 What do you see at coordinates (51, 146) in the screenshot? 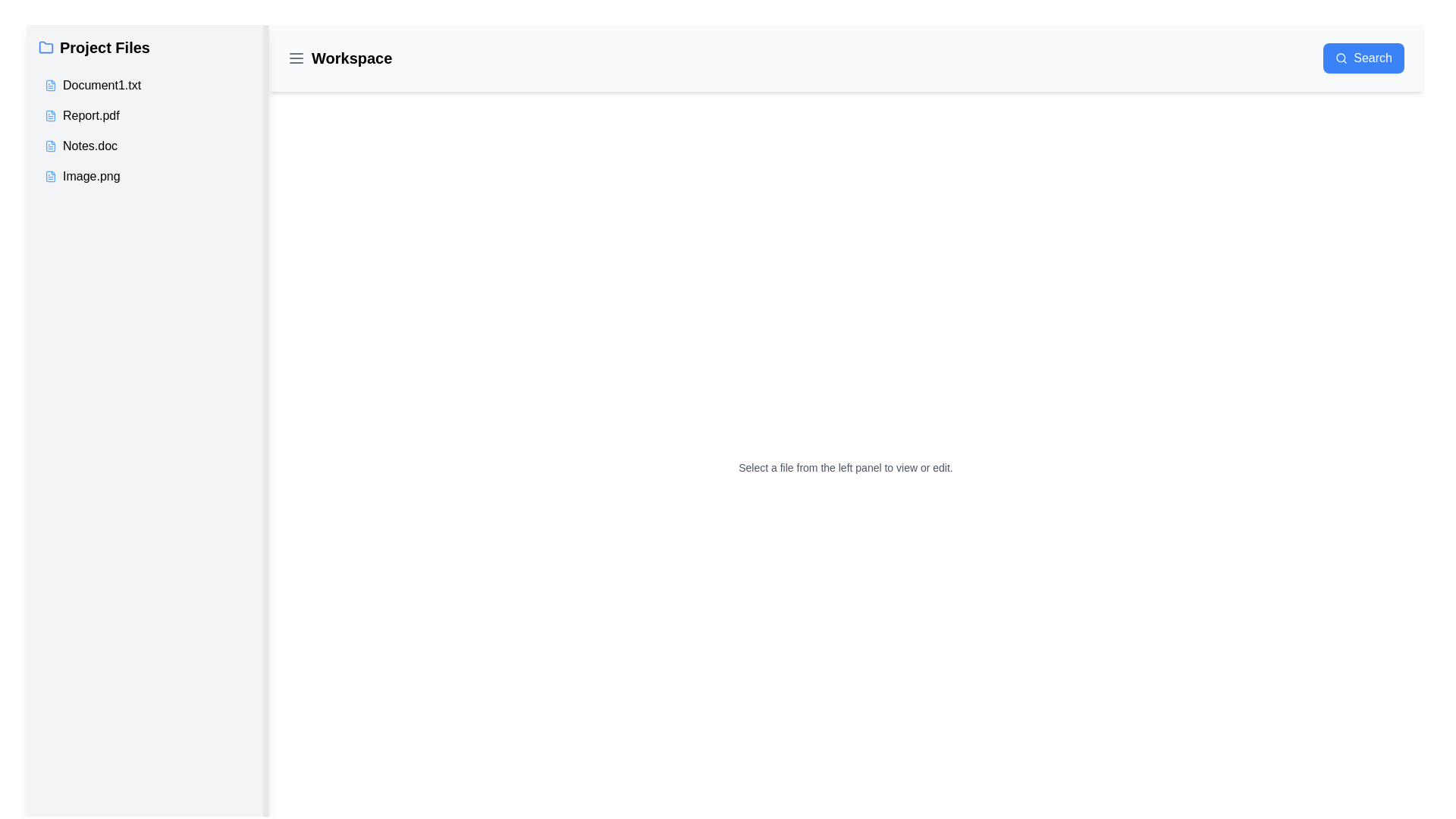
I see `the file icon with a blue outline and folded corner located at the start of the 'Notes.doc' list item in the left sidebar` at bounding box center [51, 146].